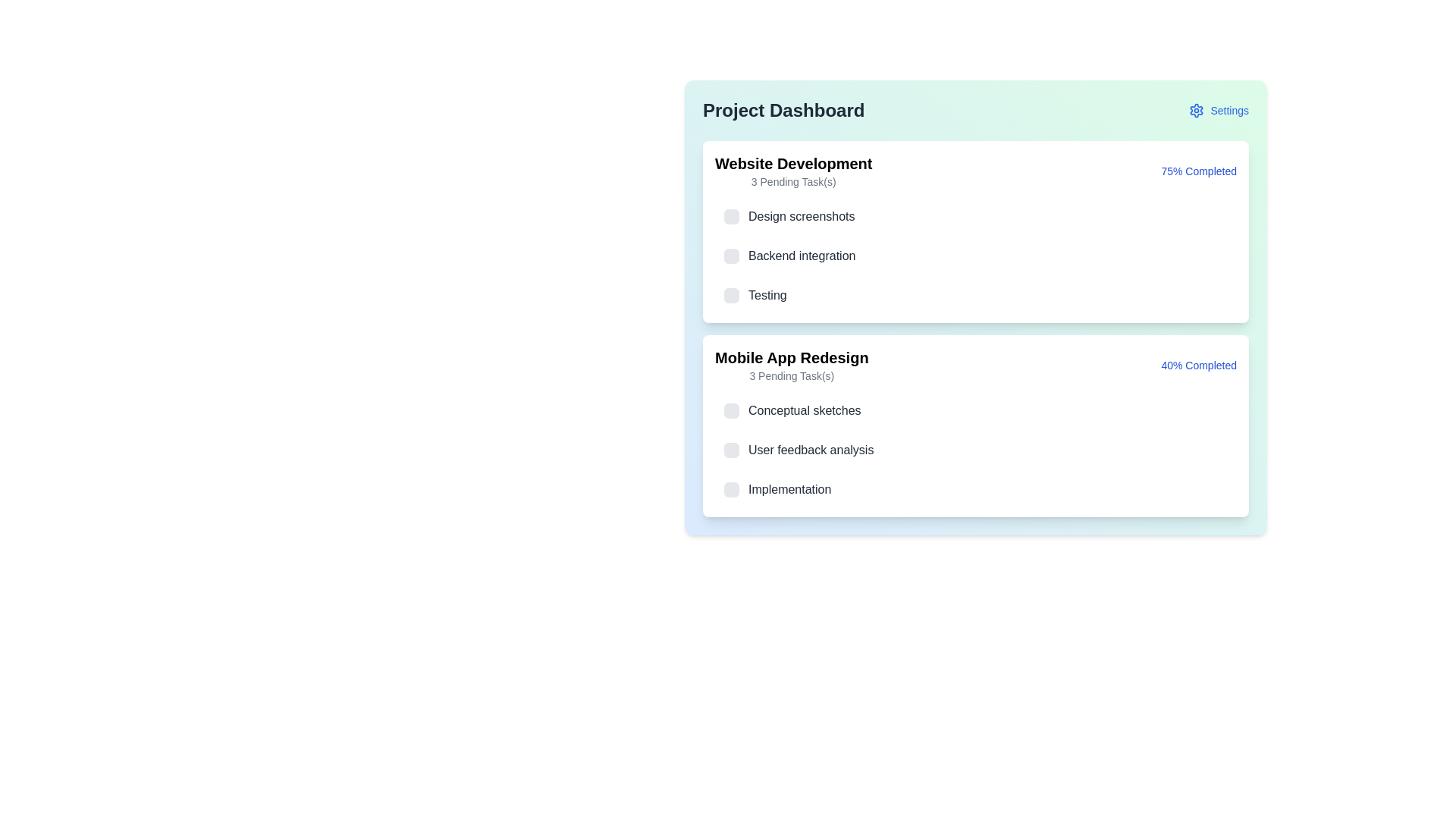  Describe the element at coordinates (975, 489) in the screenshot. I see `the third list item with checkbox labeled 'Implementation'` at that location.